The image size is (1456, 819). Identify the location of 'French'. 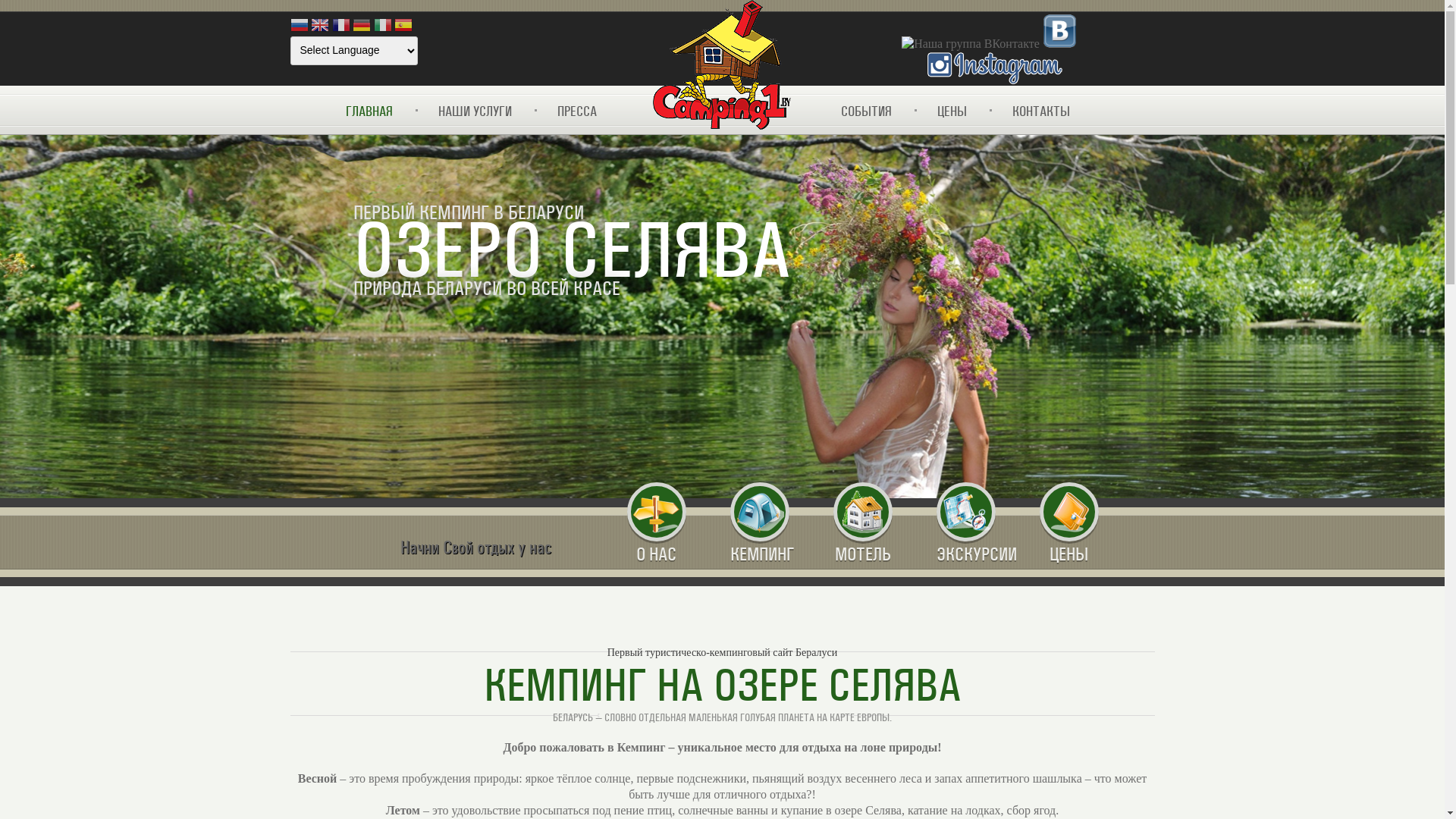
(340, 26).